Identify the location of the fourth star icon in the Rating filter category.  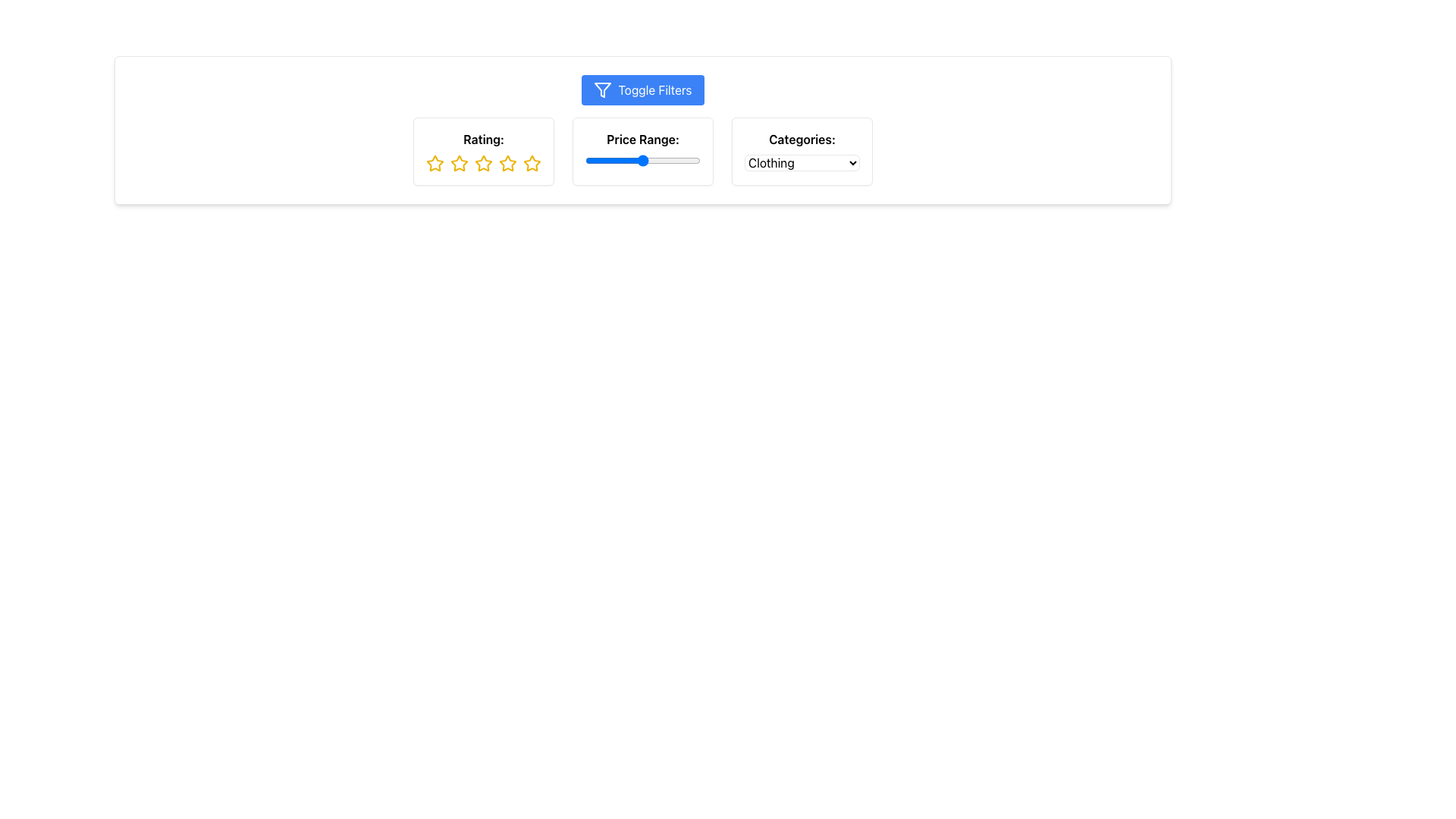
(508, 163).